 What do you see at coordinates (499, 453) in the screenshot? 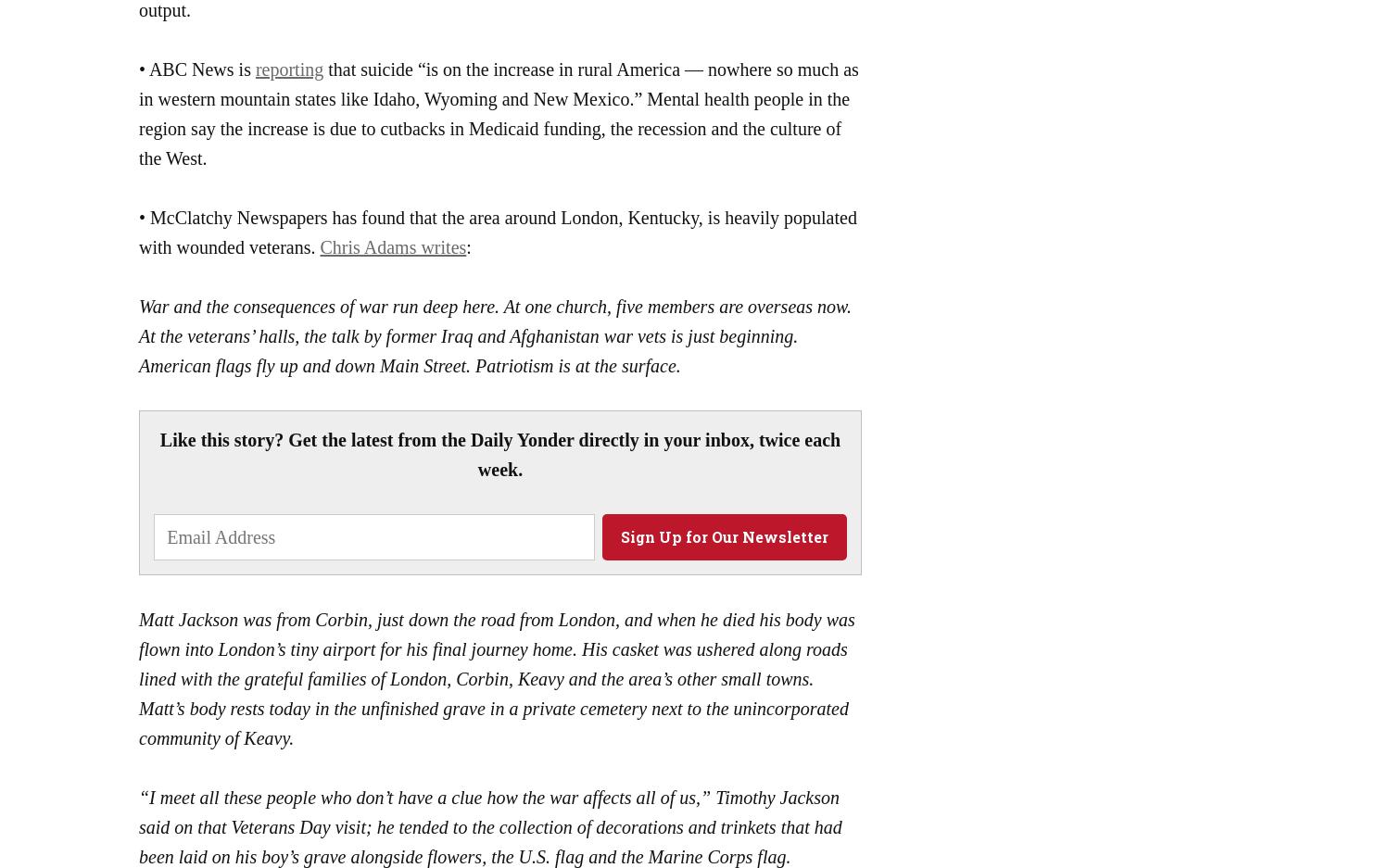
I see `'Like this story? Get the latest from the Daily Yonder directly in your inbox, twice each week.'` at bounding box center [499, 453].